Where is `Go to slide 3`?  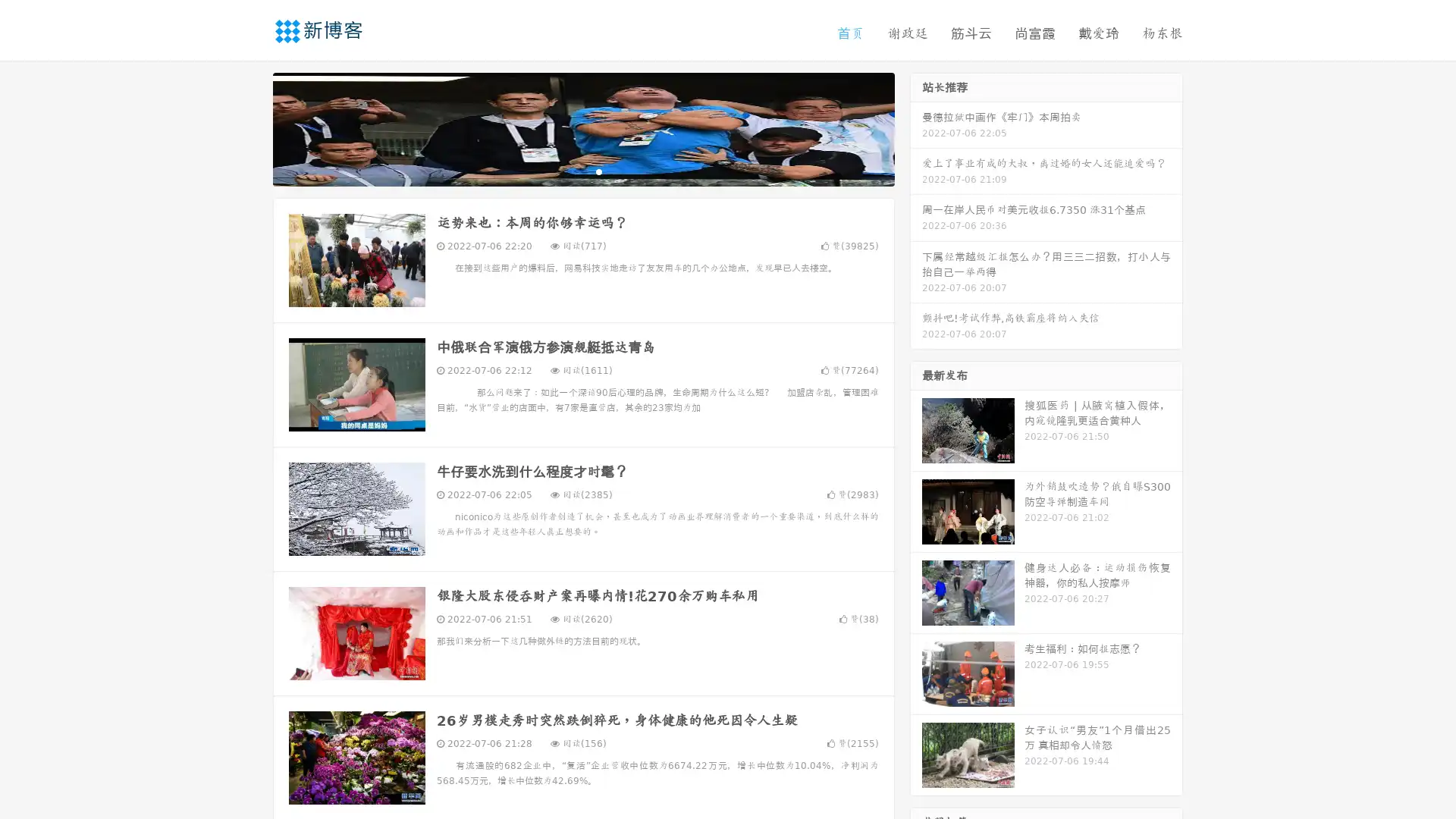 Go to slide 3 is located at coordinates (598, 171).